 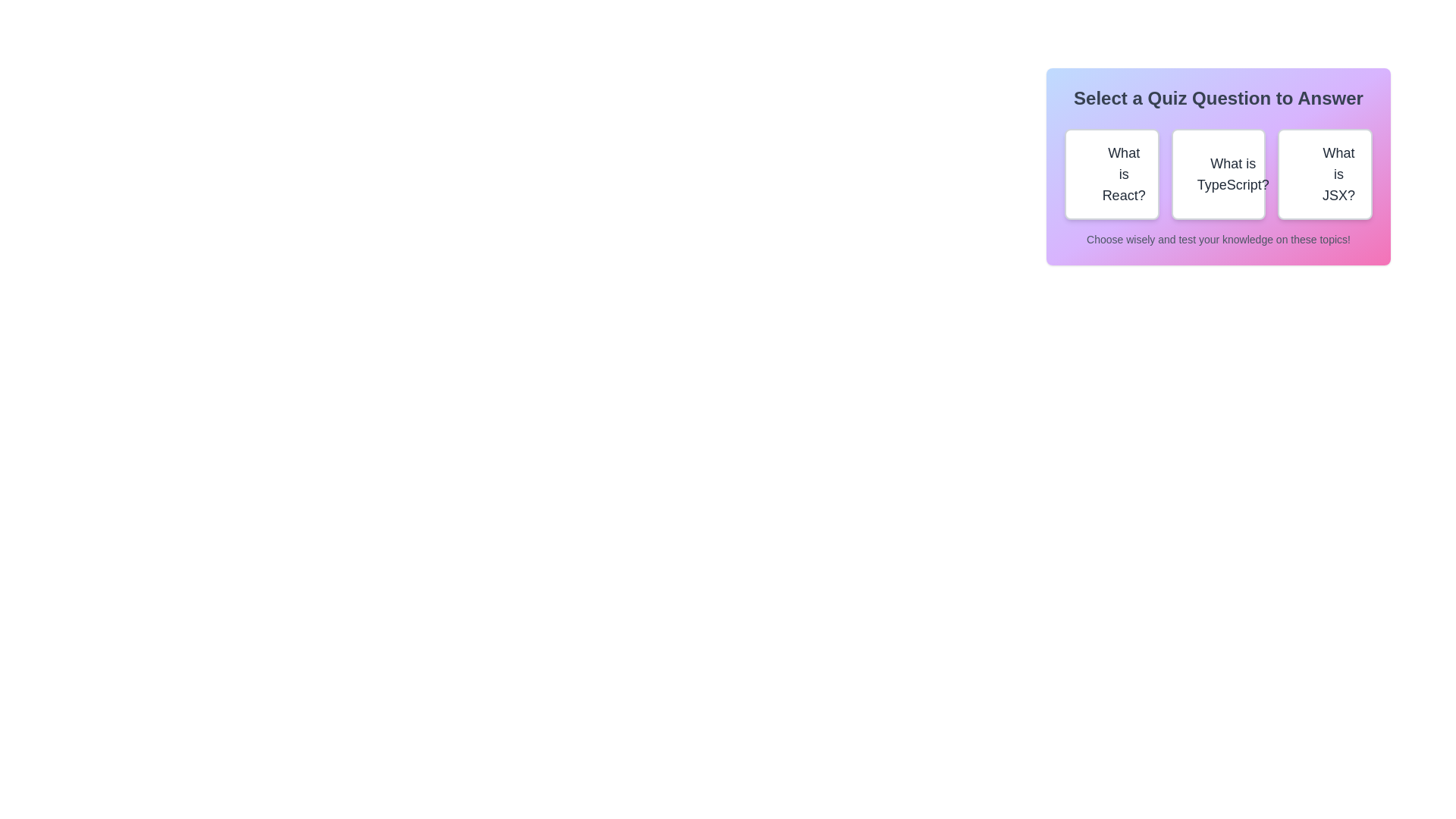 I want to click on the selectable quiz question option labeled 'What is TypeScript?' which is the second element in a 3-item grid layout, so click(x=1219, y=174).